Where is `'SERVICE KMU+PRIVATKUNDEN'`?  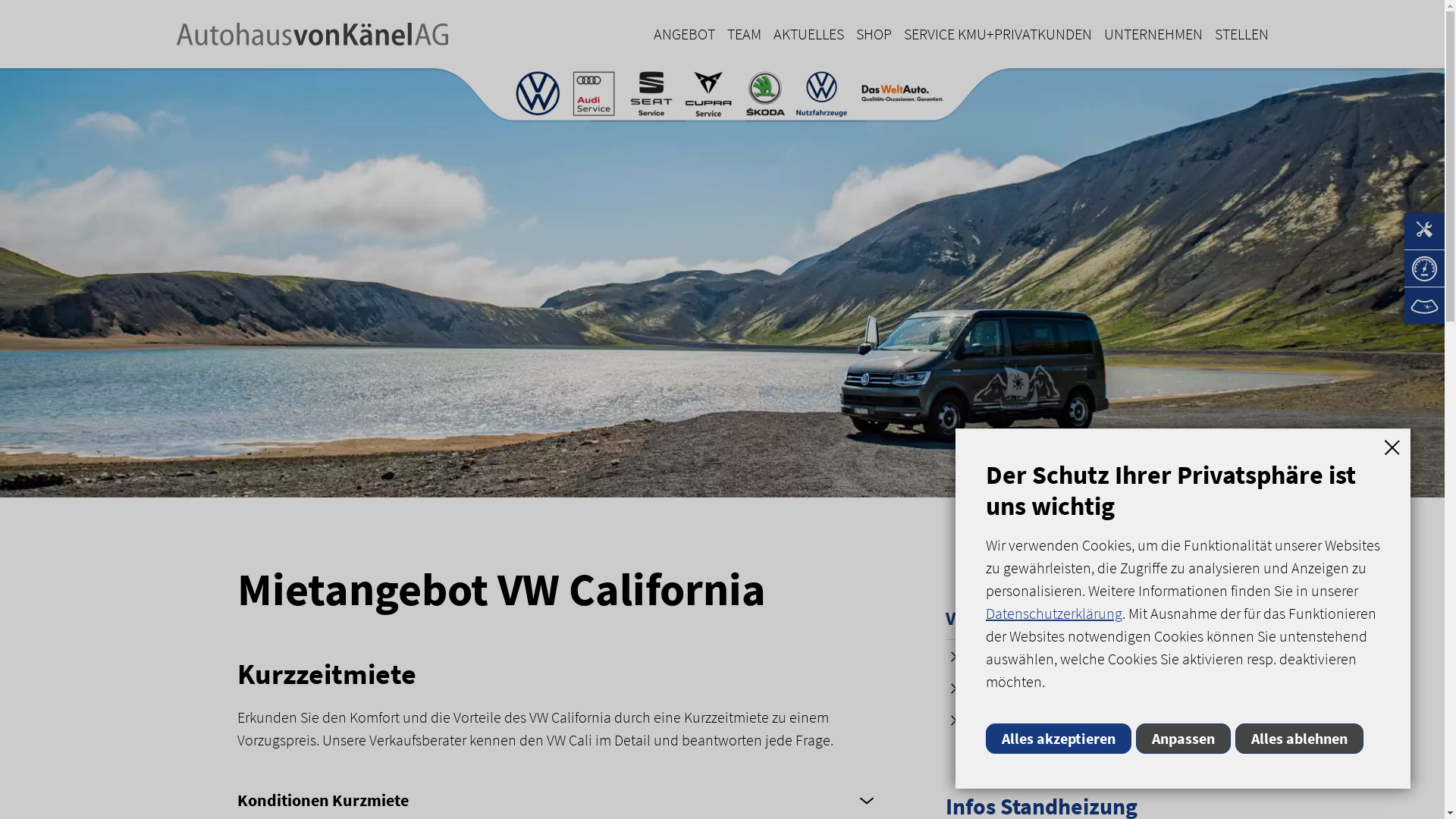 'SERVICE KMU+PRIVATKUNDEN' is located at coordinates (898, 34).